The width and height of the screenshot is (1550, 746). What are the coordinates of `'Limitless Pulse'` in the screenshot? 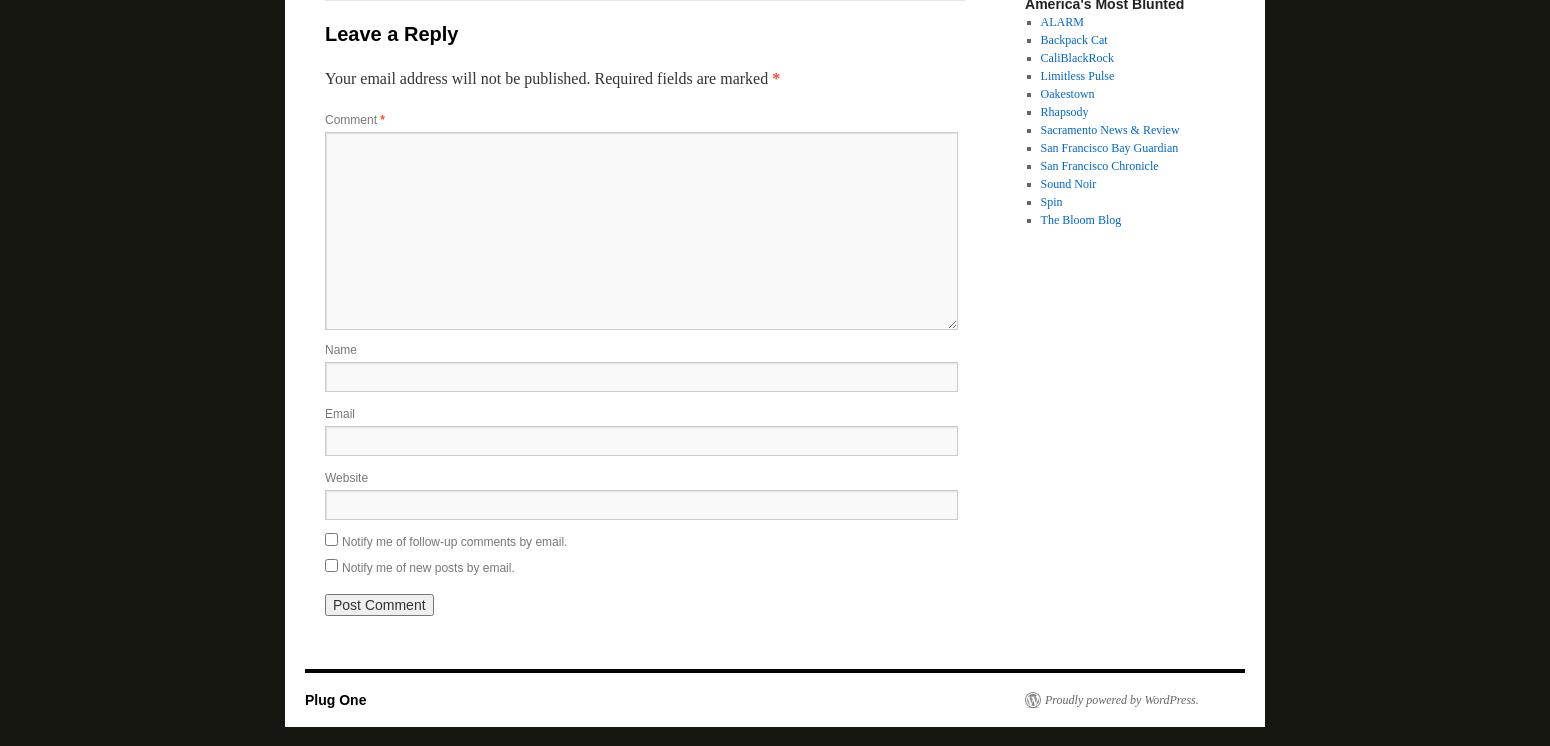 It's located at (1076, 76).